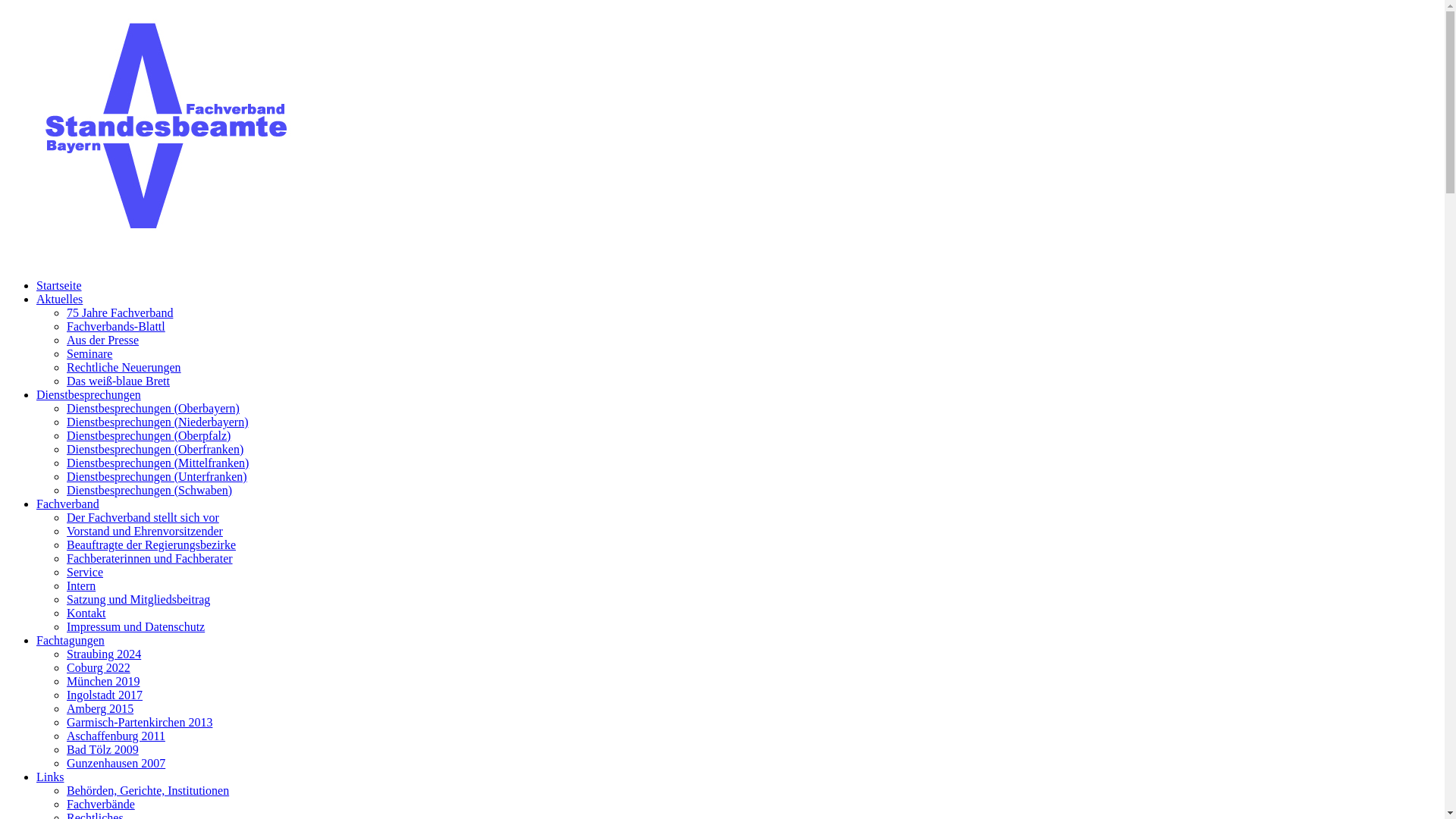 This screenshot has width=1456, height=819. What do you see at coordinates (151, 544) in the screenshot?
I see `'Beauftragte der Regierungsbezirke'` at bounding box center [151, 544].